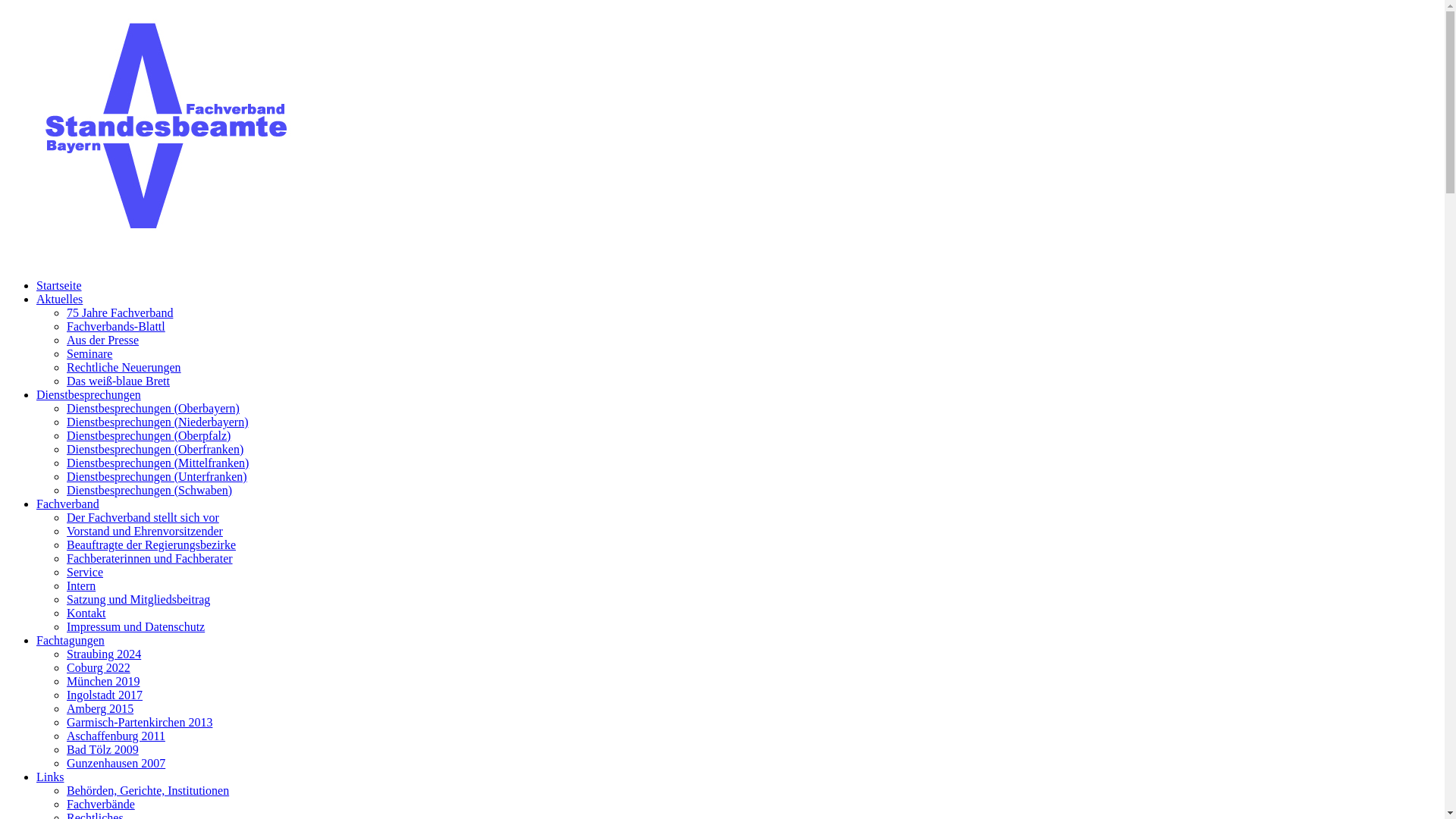 This screenshot has width=1456, height=819. What do you see at coordinates (151, 544) in the screenshot?
I see `'Beauftragte der Regierungsbezirke'` at bounding box center [151, 544].